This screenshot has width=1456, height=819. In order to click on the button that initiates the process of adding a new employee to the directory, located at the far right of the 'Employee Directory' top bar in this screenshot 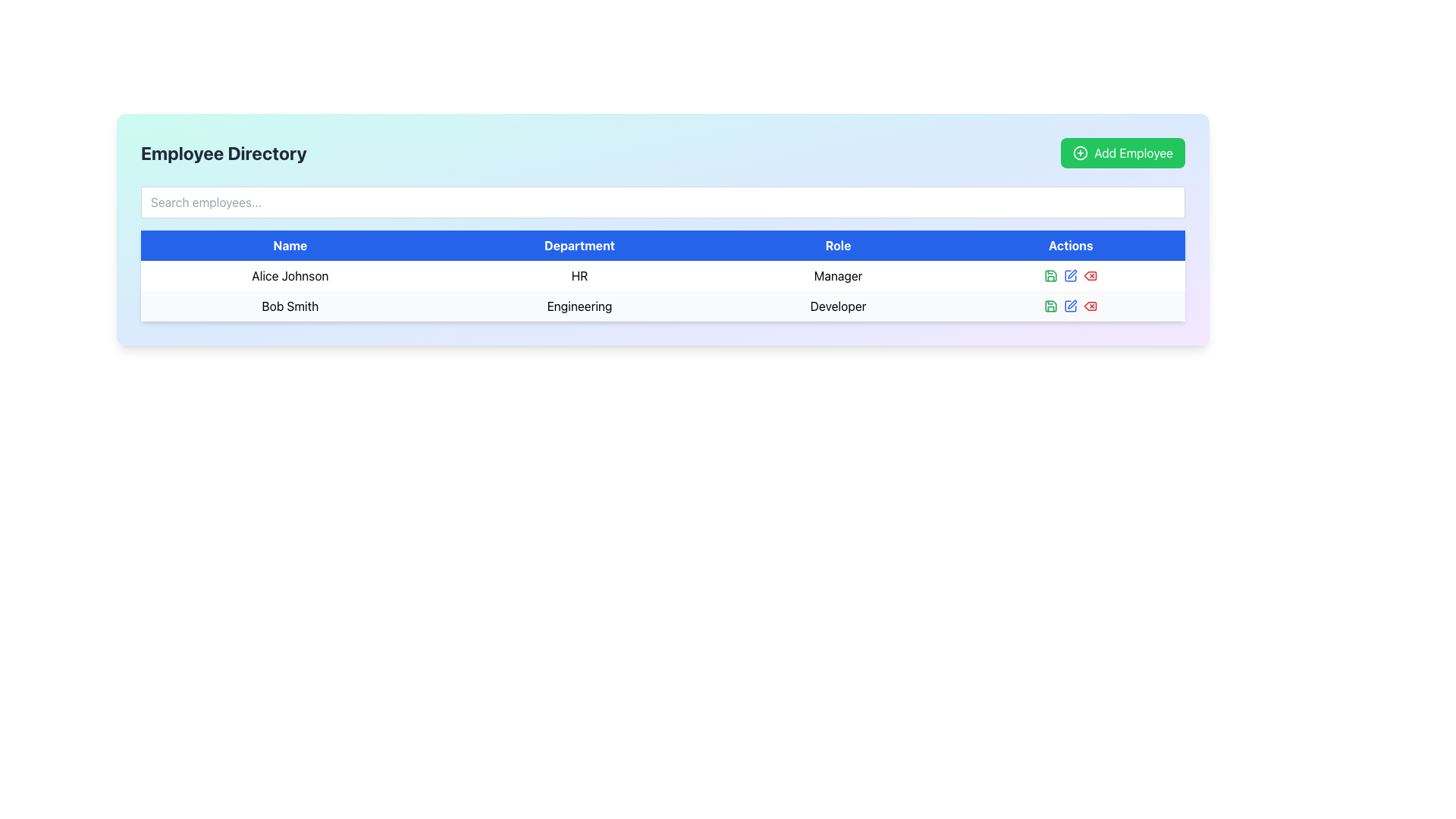, I will do `click(1123, 152)`.